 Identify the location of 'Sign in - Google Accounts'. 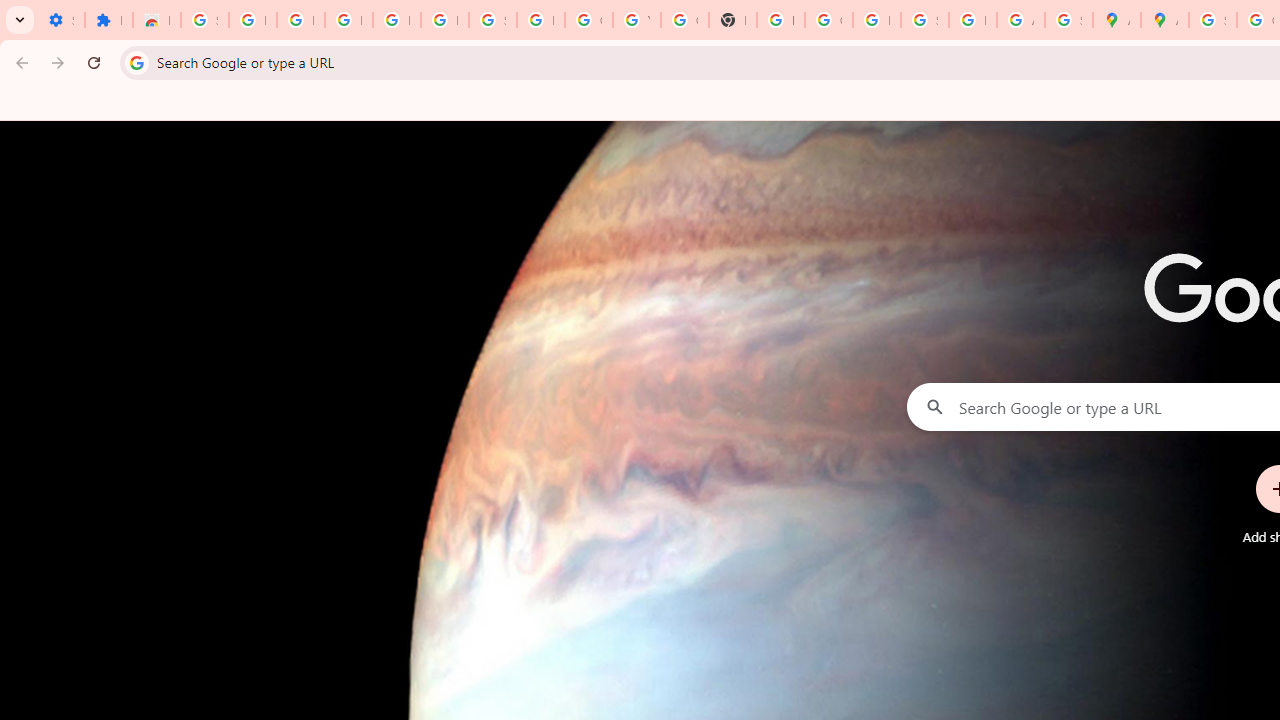
(204, 20).